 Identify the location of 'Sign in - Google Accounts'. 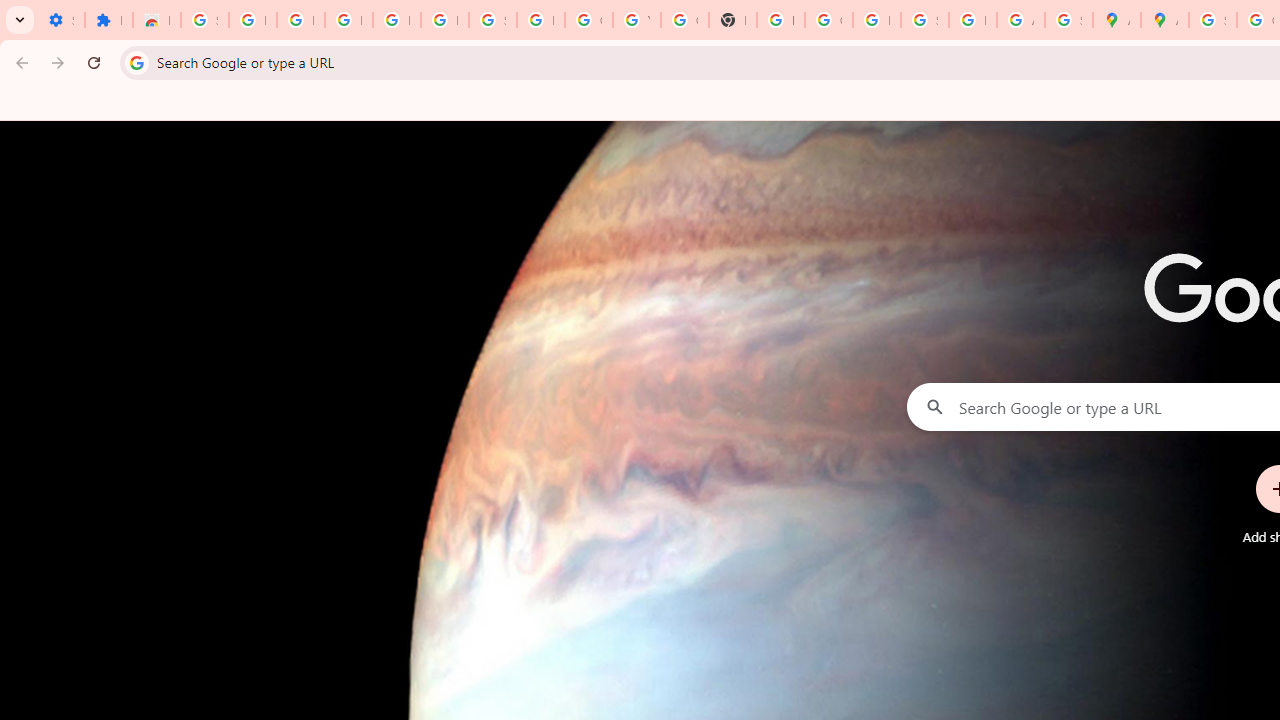
(204, 20).